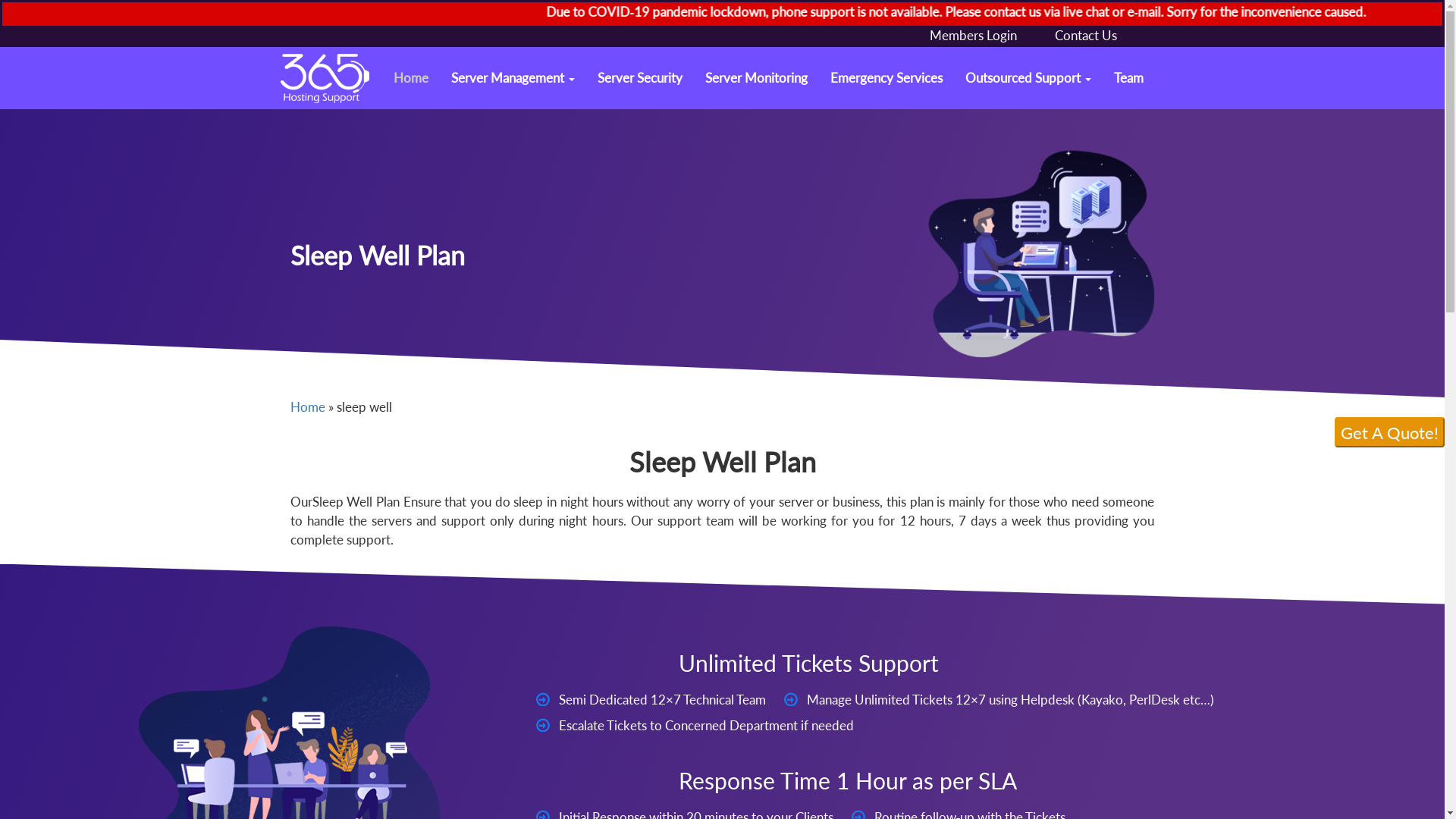 Image resolution: width=1456 pixels, height=819 pixels. Describe the element at coordinates (513, 78) in the screenshot. I see `'Server Management'` at that location.